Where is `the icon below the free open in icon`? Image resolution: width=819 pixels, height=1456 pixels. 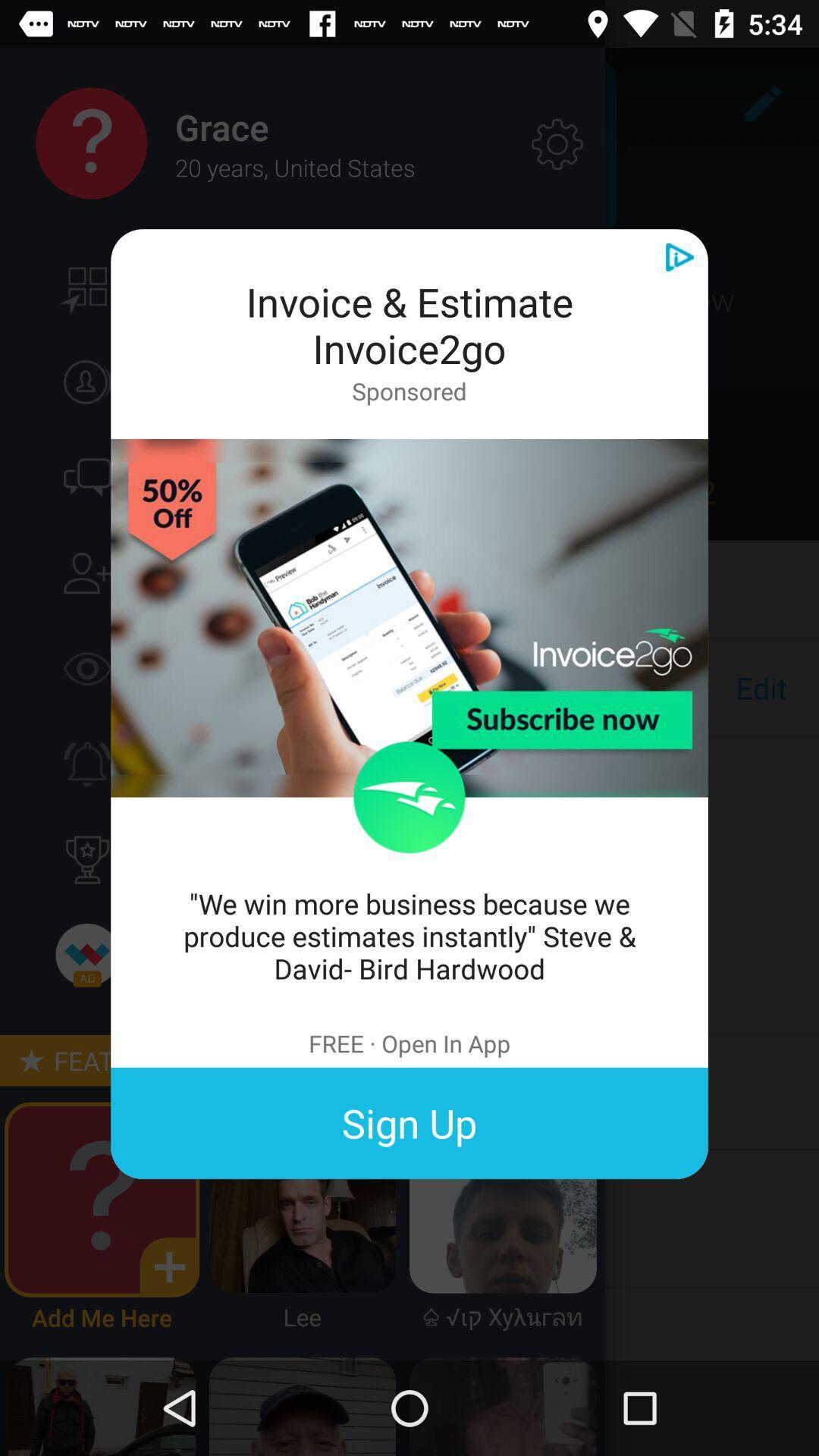 the icon below the free open in icon is located at coordinates (409, 1123).